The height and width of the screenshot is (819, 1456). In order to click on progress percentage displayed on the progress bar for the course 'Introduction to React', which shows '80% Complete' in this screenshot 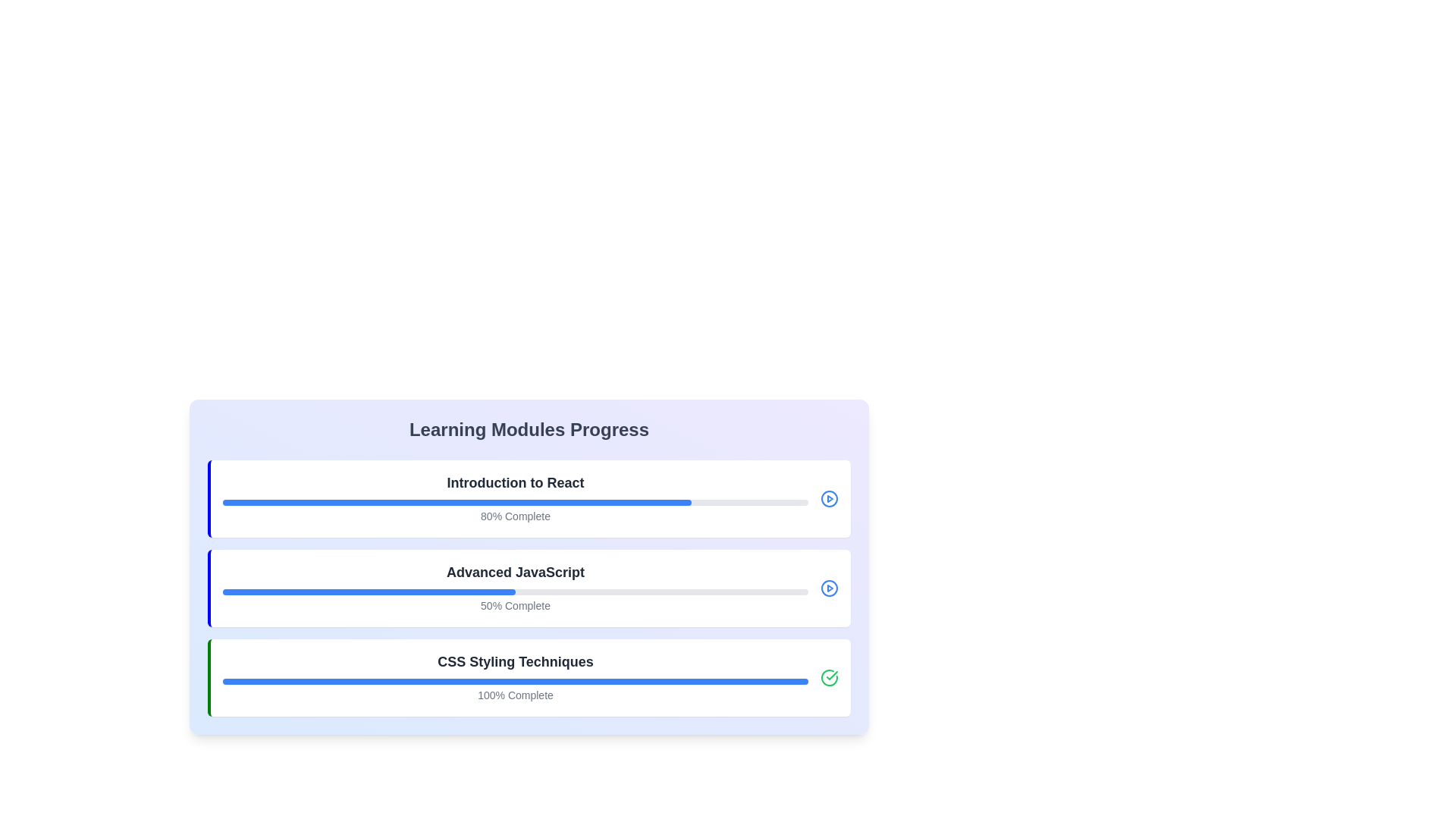, I will do `click(516, 499)`.